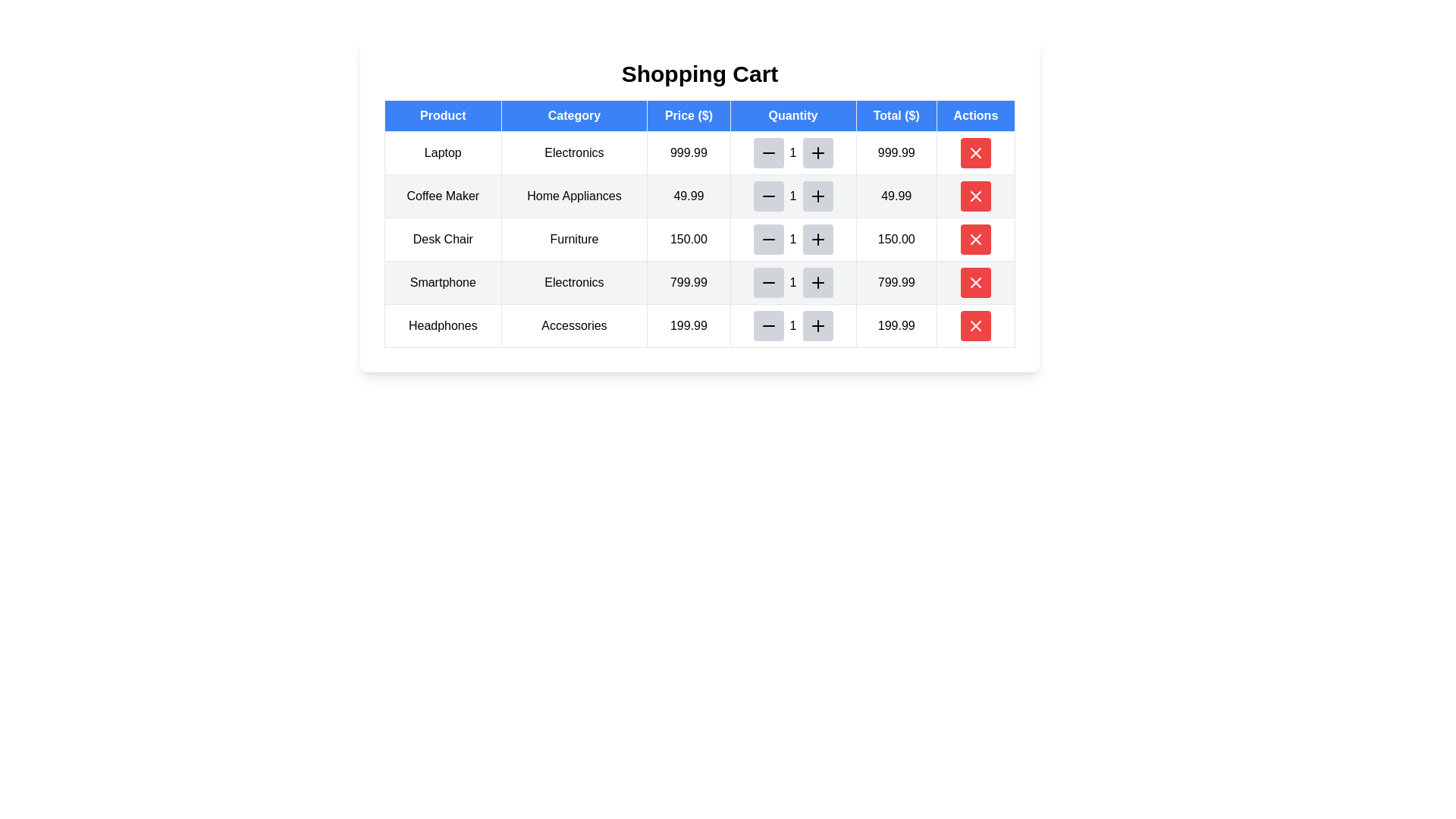  What do you see at coordinates (817, 283) in the screenshot?
I see `the gray square button with a black plus icon located in the Quantity column of the fourth row of the shopping cart table for the 'Smartphone' product to increment the quantity` at bounding box center [817, 283].